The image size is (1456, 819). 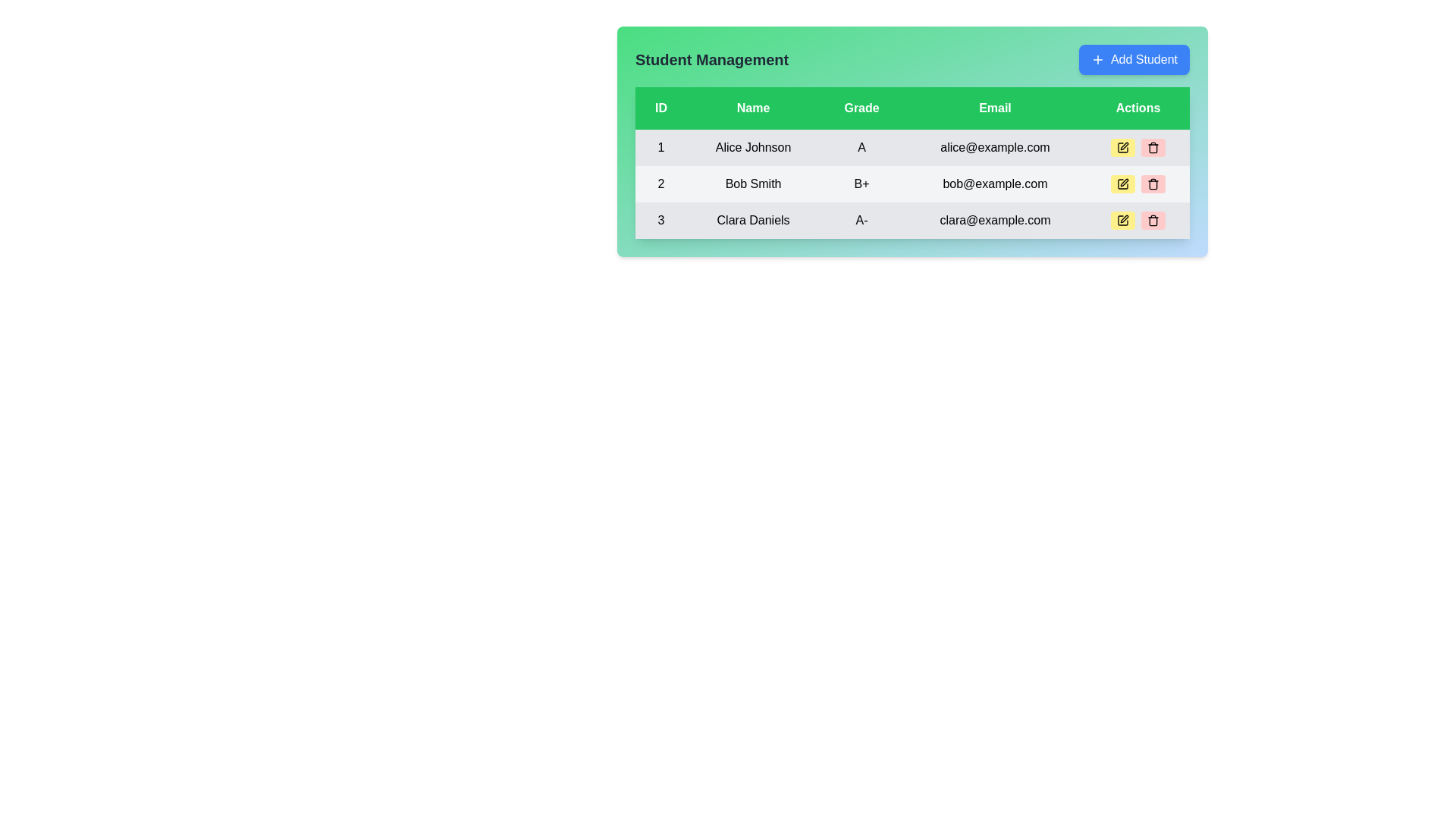 What do you see at coordinates (1122, 184) in the screenshot?
I see `the edit icon button located in the yellow background area on the right side of the second row under the 'Actions' column, associated with Bob Smith` at bounding box center [1122, 184].